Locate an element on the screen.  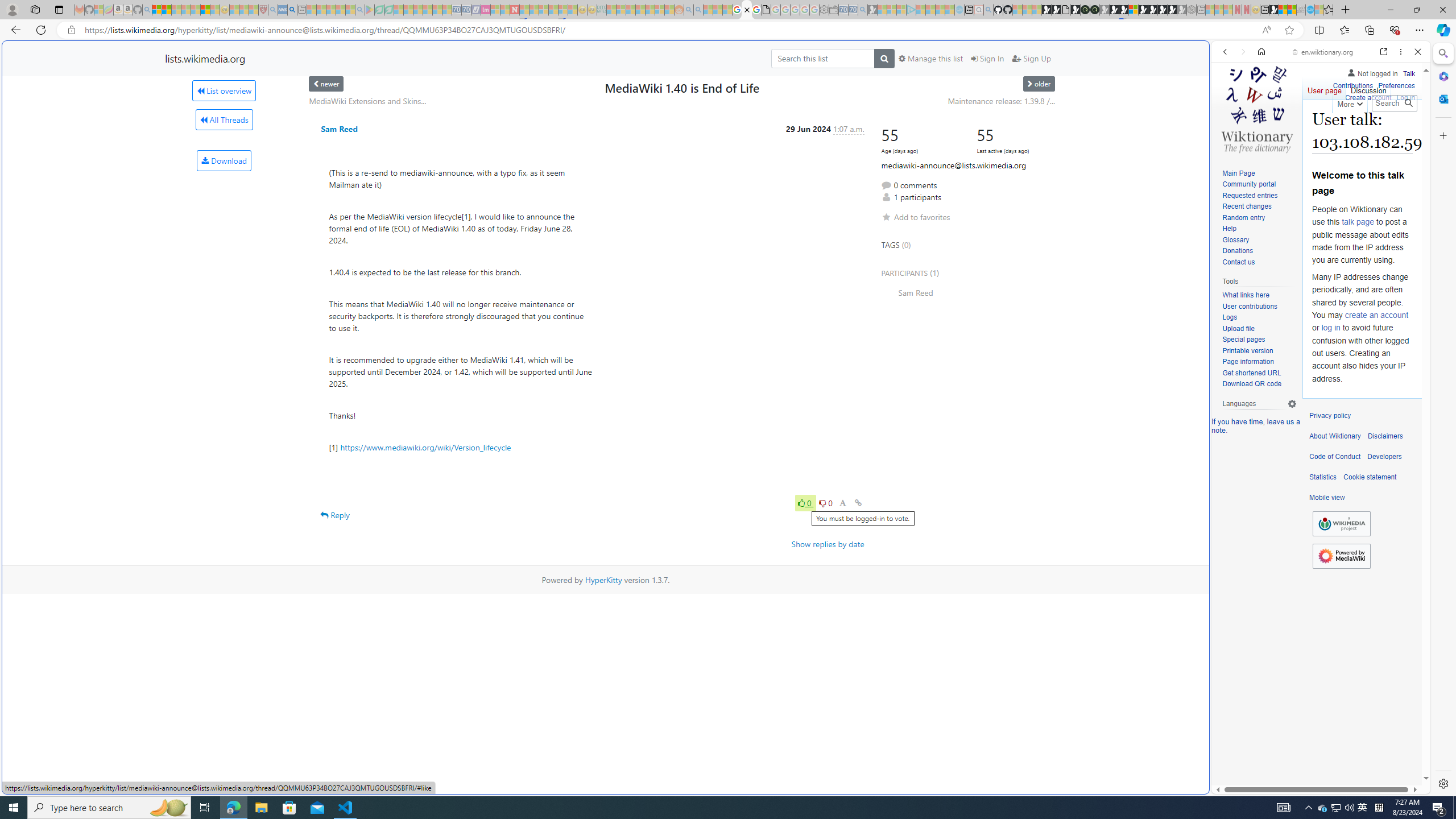
'User contributions' is located at coordinates (1259, 307).